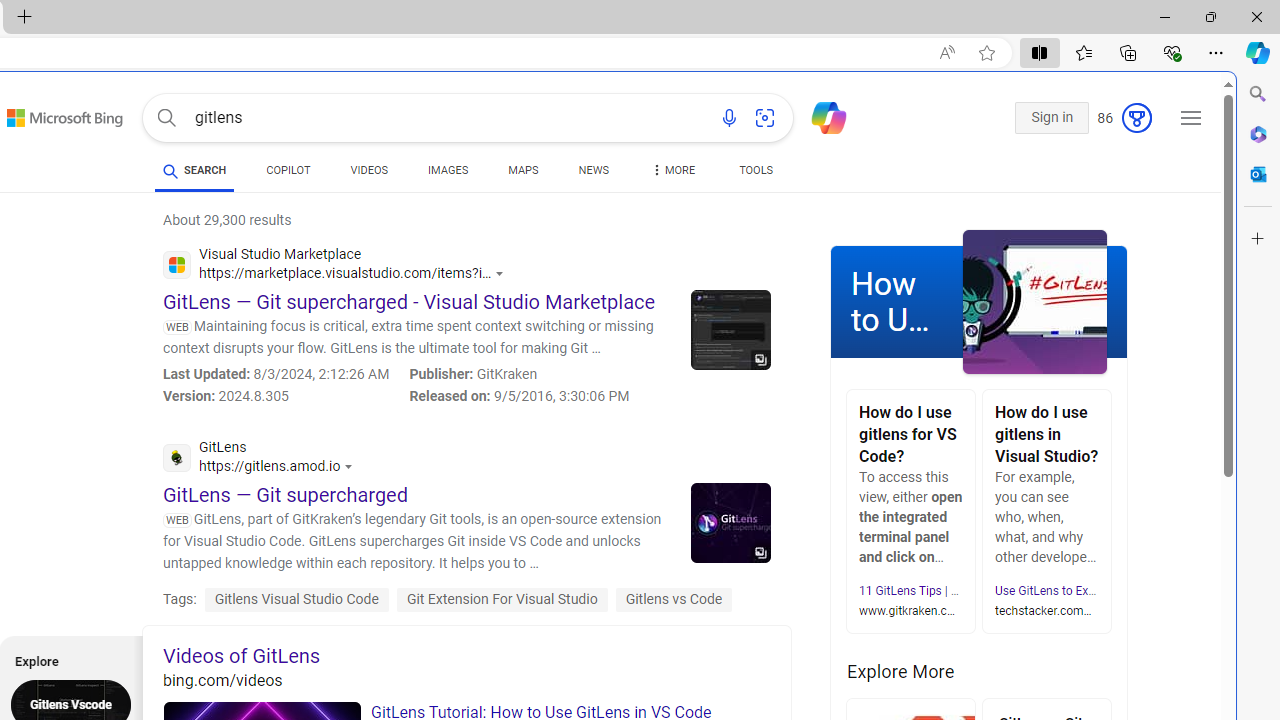  I want to click on 'NEWS', so click(592, 170).